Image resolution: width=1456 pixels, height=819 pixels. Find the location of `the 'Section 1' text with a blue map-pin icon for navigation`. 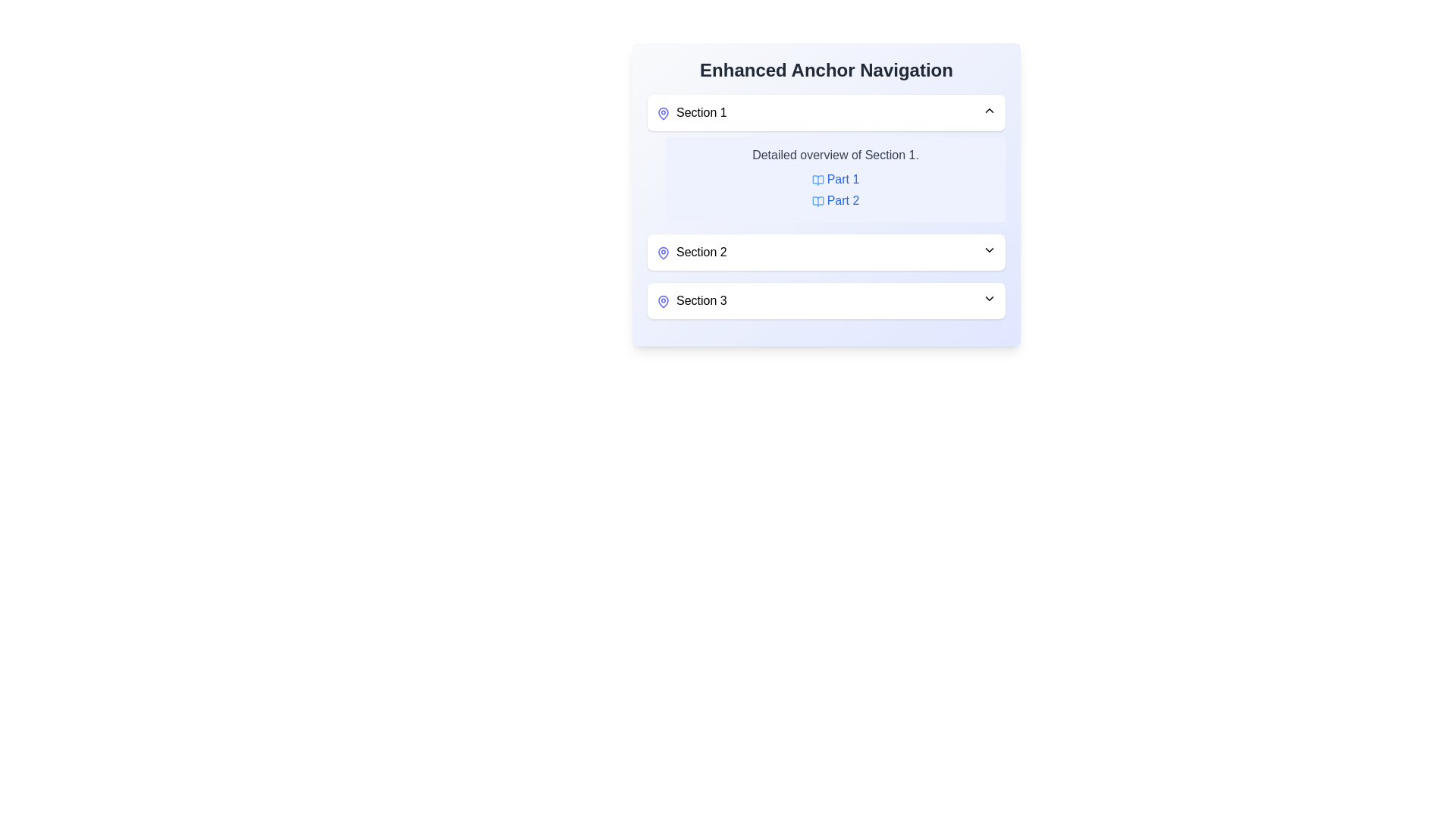

the 'Section 1' text with a blue map-pin icon for navigation is located at coordinates (691, 112).